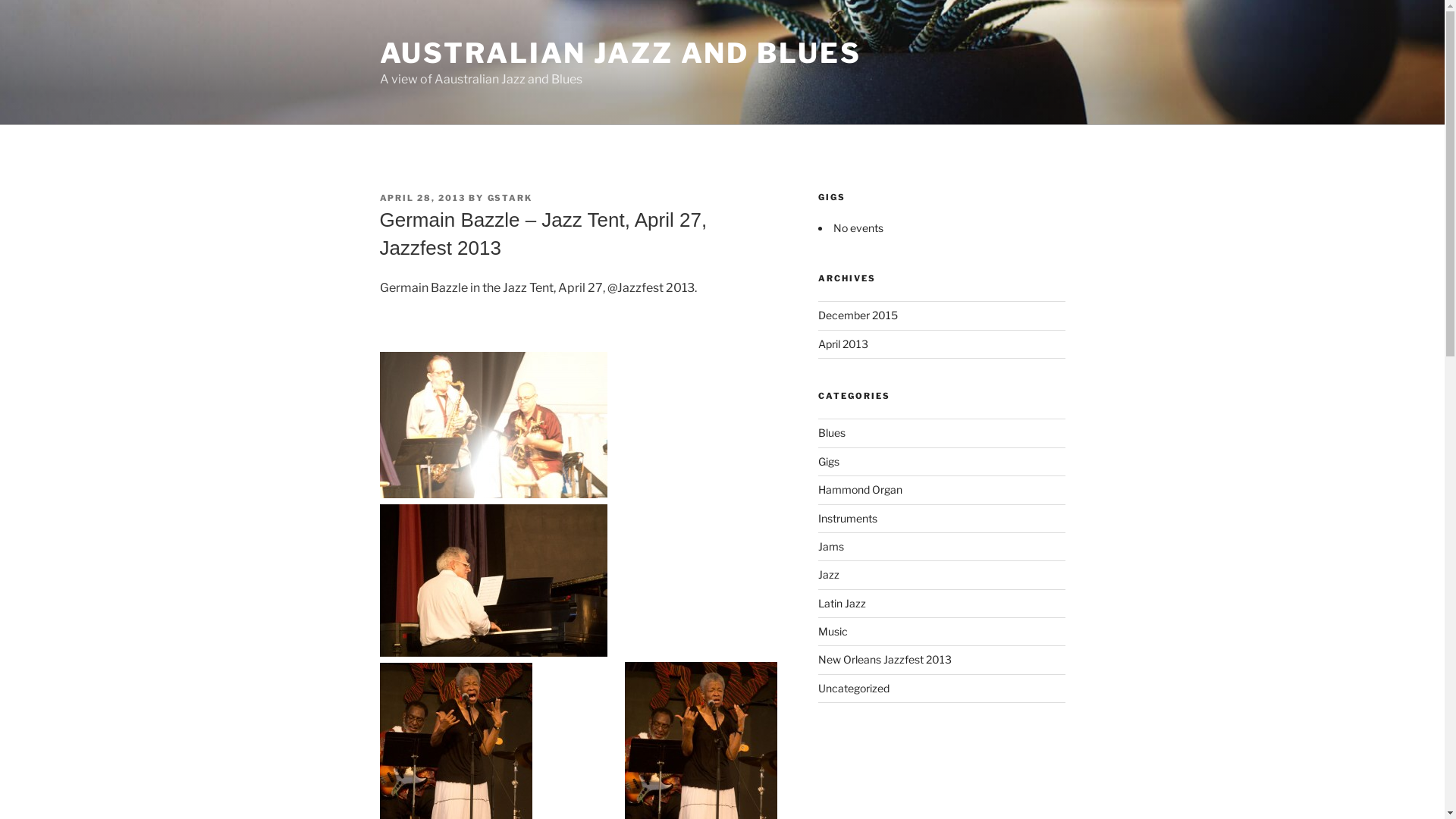 The height and width of the screenshot is (819, 1456). What do you see at coordinates (510, 197) in the screenshot?
I see `'GSTARK'` at bounding box center [510, 197].